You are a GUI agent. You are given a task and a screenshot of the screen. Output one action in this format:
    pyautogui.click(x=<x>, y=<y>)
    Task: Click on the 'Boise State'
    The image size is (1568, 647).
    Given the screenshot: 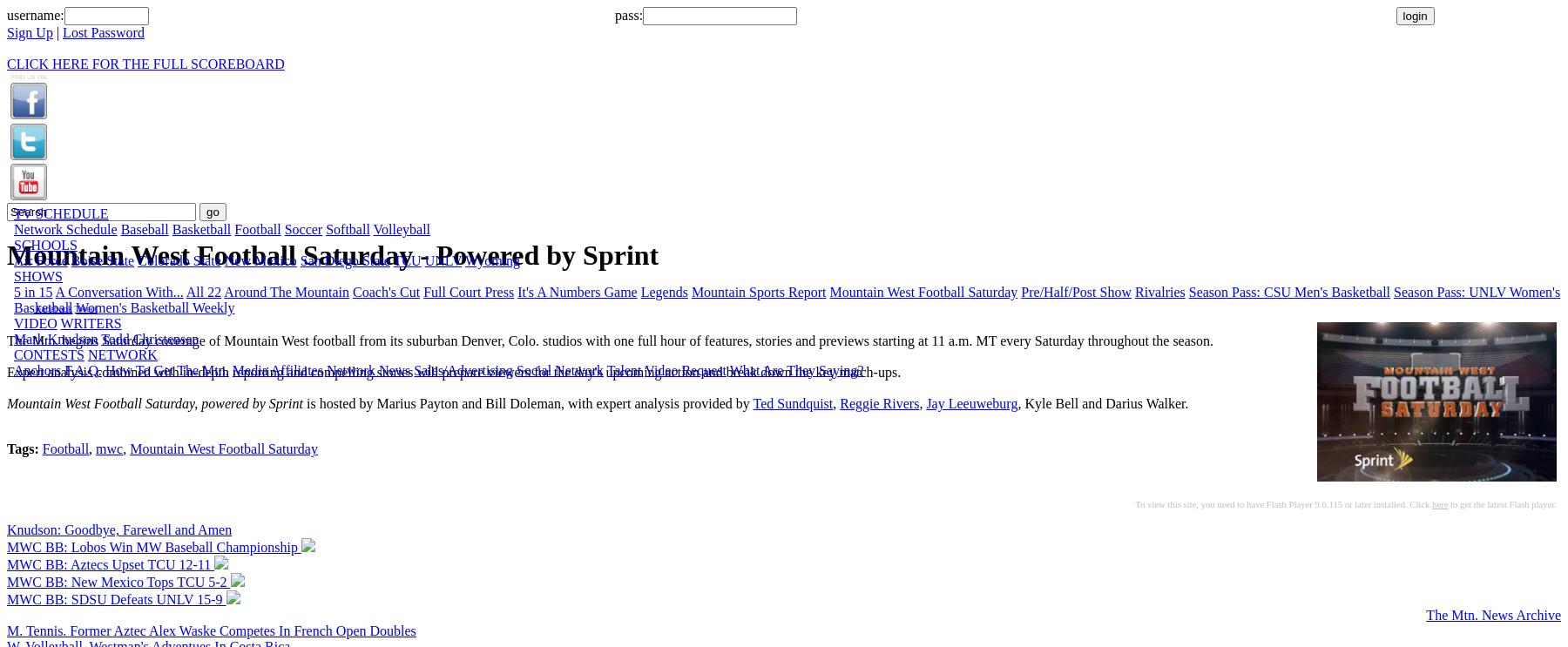 What is the action you would take?
    pyautogui.click(x=102, y=260)
    